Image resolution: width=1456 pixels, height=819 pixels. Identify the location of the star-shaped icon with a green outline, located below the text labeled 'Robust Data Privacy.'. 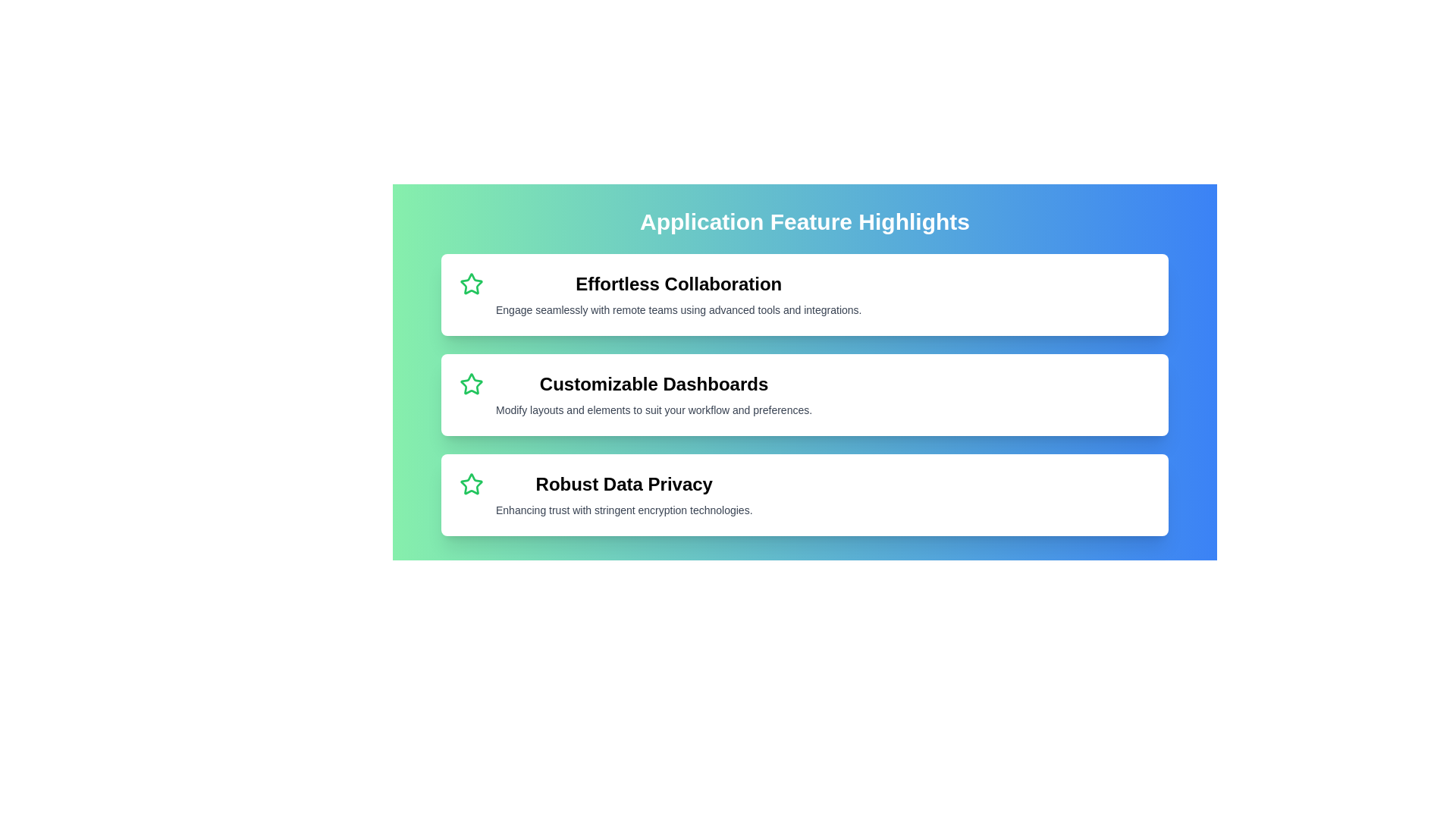
(471, 484).